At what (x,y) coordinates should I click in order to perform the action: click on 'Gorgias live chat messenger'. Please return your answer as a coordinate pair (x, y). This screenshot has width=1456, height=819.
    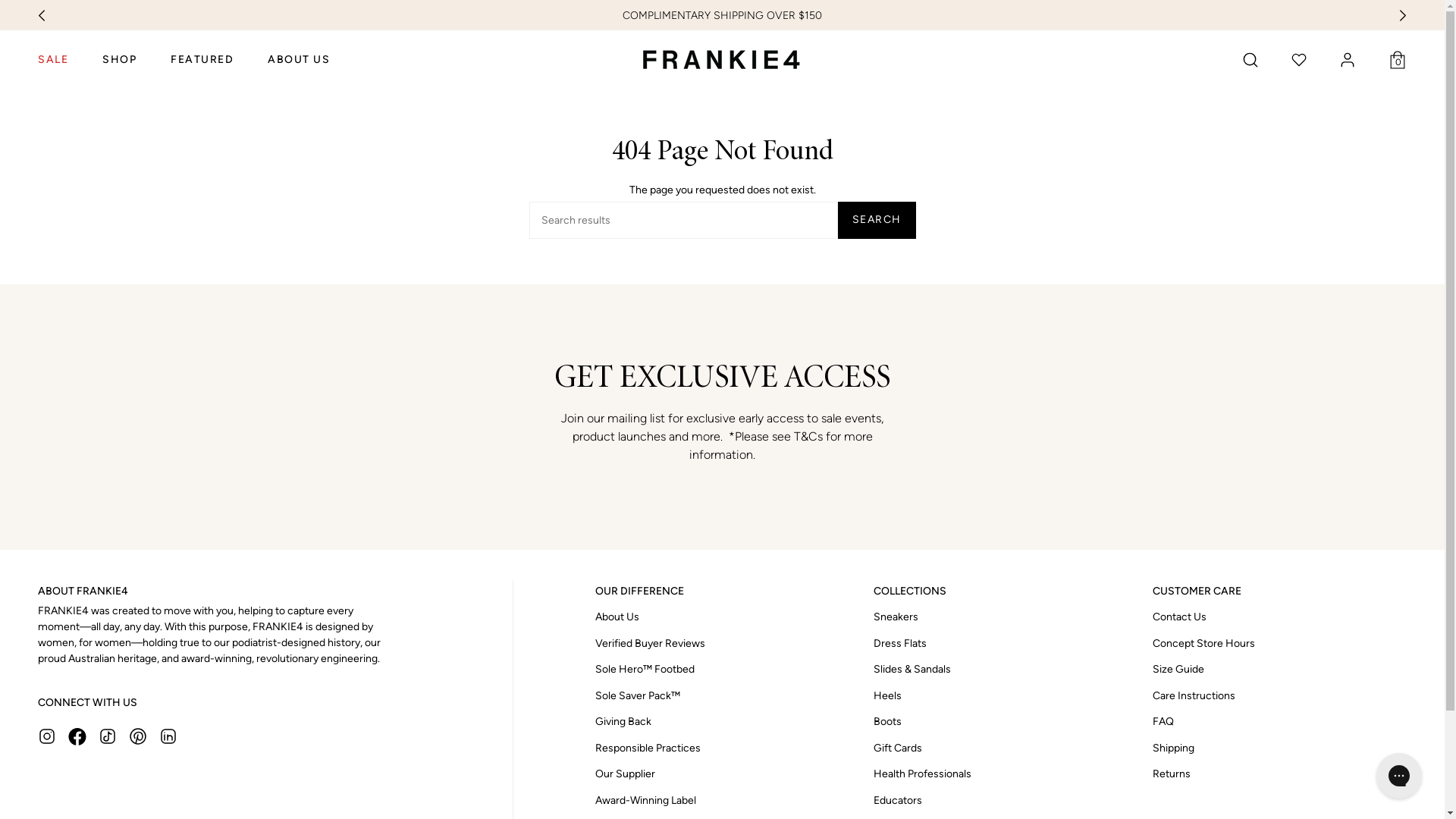
    Looking at the image, I should click on (1398, 775).